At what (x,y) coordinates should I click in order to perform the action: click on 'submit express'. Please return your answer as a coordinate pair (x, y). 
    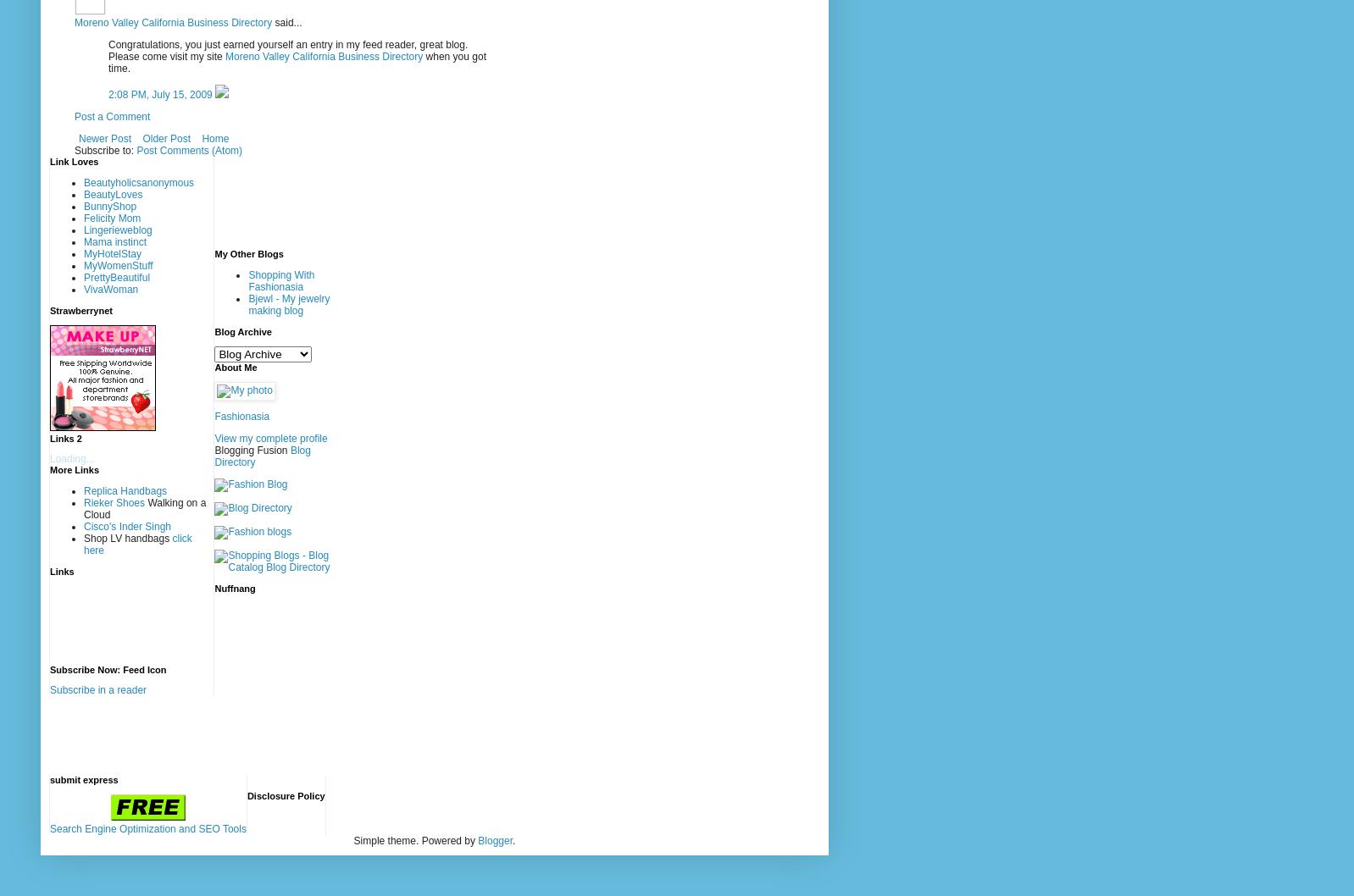
    Looking at the image, I should click on (83, 779).